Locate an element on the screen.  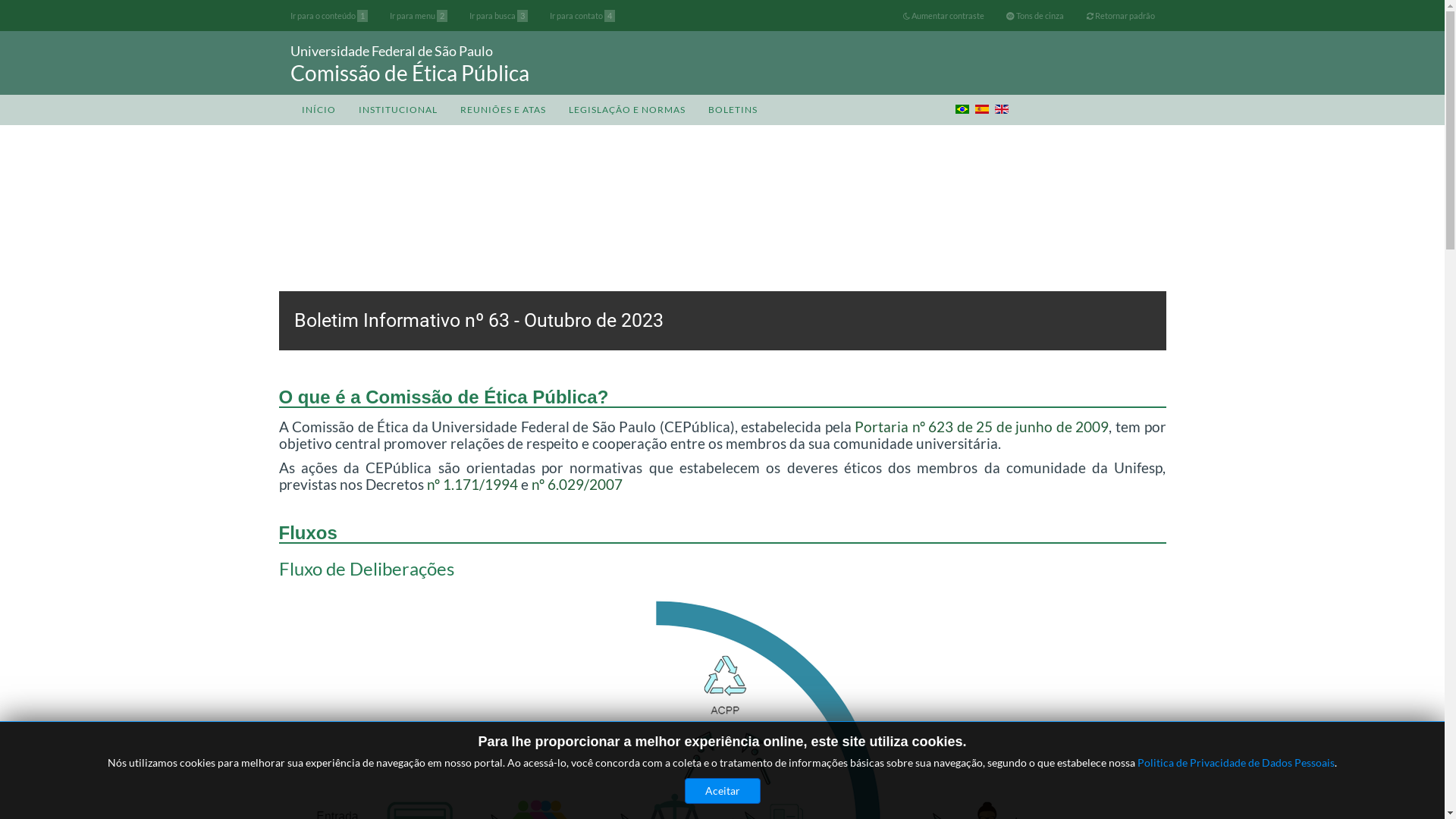
'Ir para busca 3' is located at coordinates (469, 15).